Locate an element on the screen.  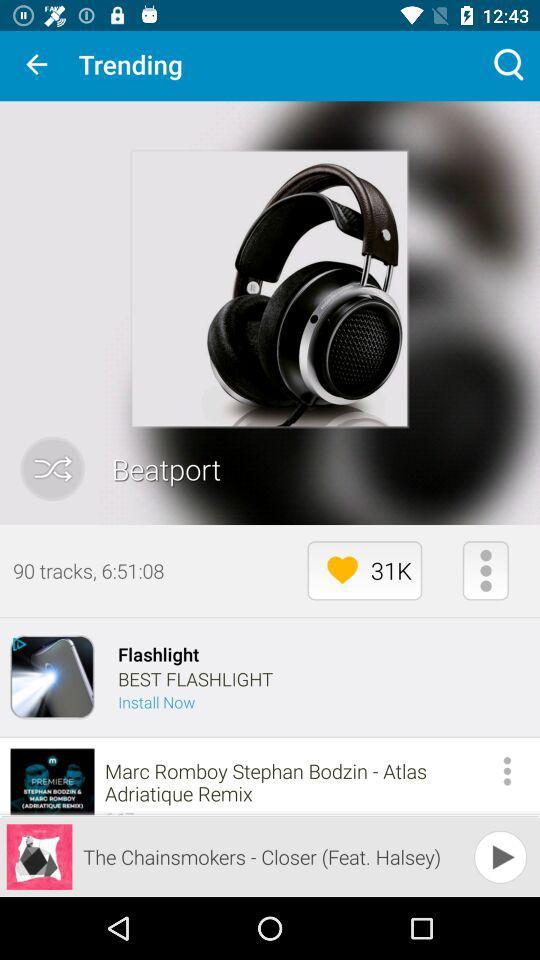
the play icon is located at coordinates (479, 863).